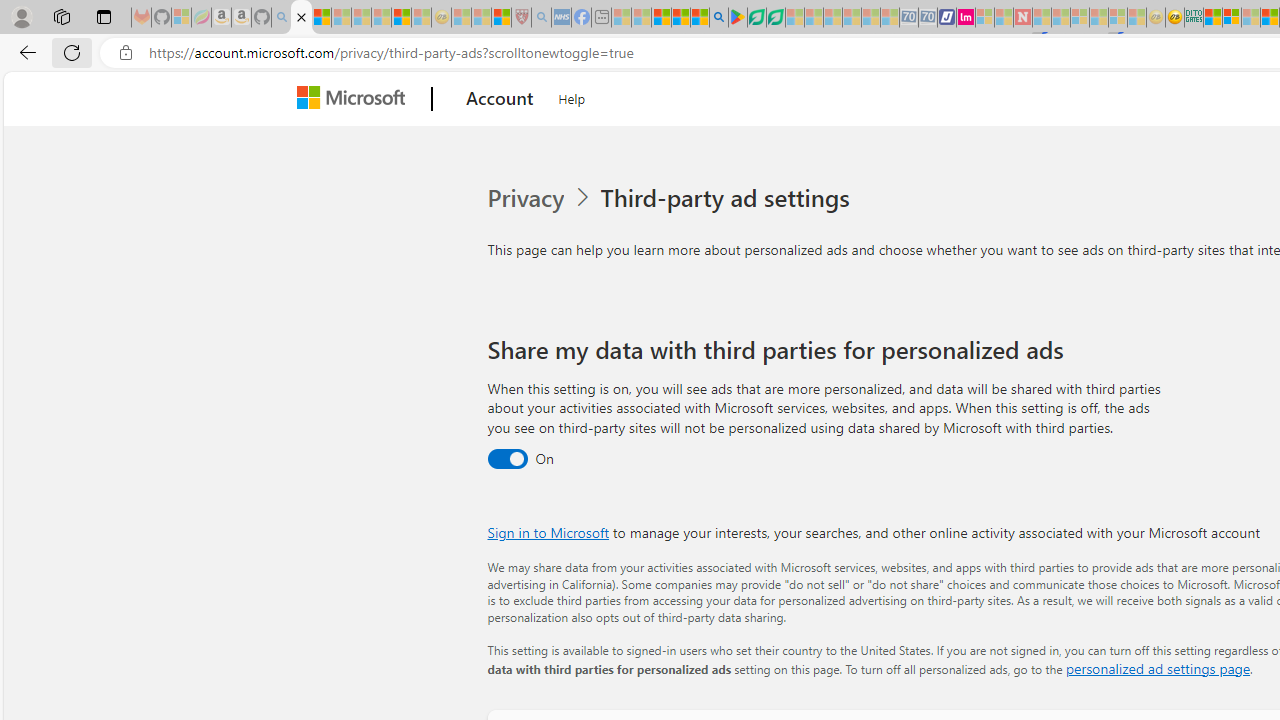 Image resolution: width=1280 pixels, height=720 pixels. What do you see at coordinates (499, 99) in the screenshot?
I see `'Account'` at bounding box center [499, 99].